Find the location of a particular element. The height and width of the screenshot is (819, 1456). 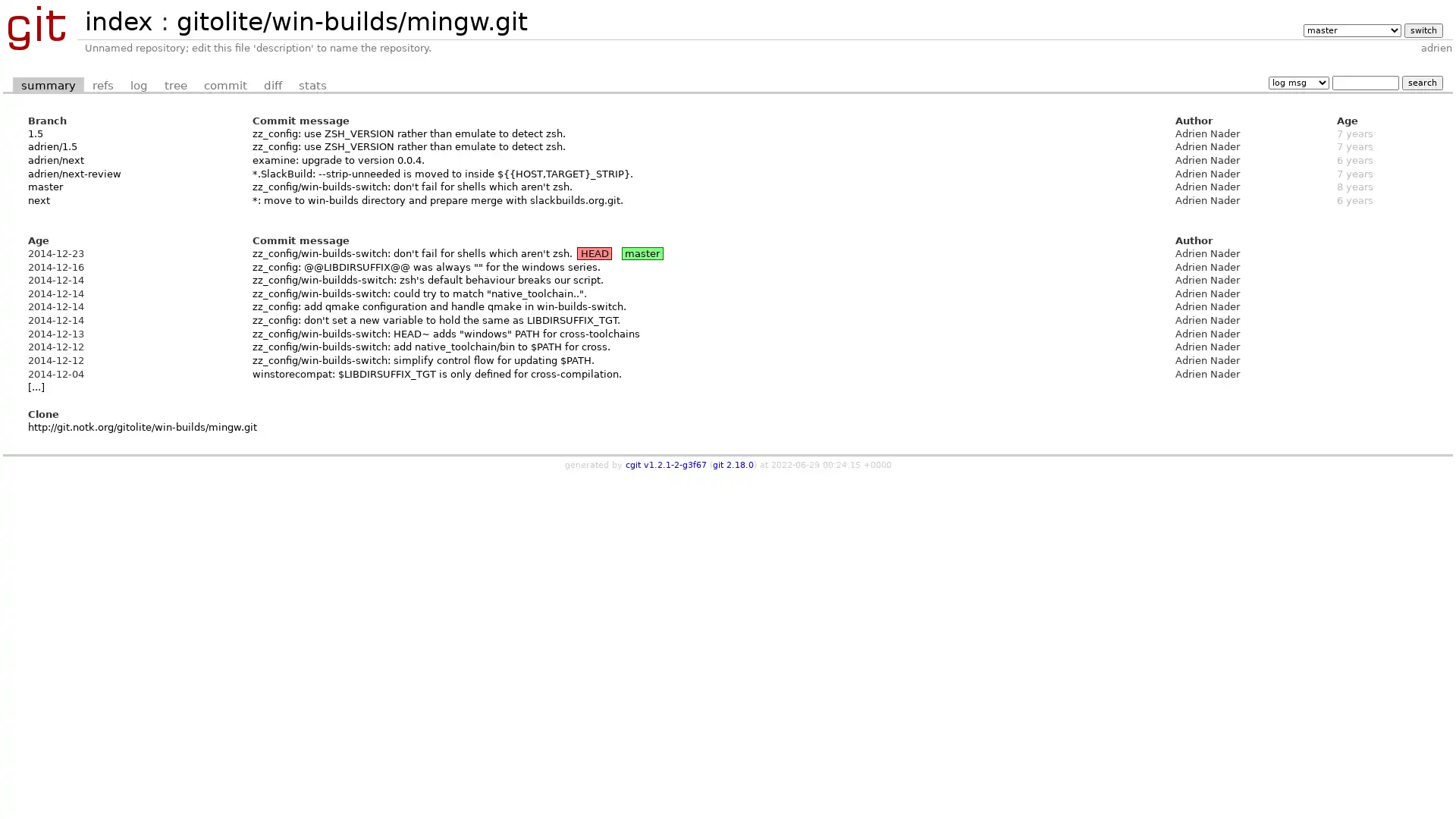

search is located at coordinates (1421, 82).